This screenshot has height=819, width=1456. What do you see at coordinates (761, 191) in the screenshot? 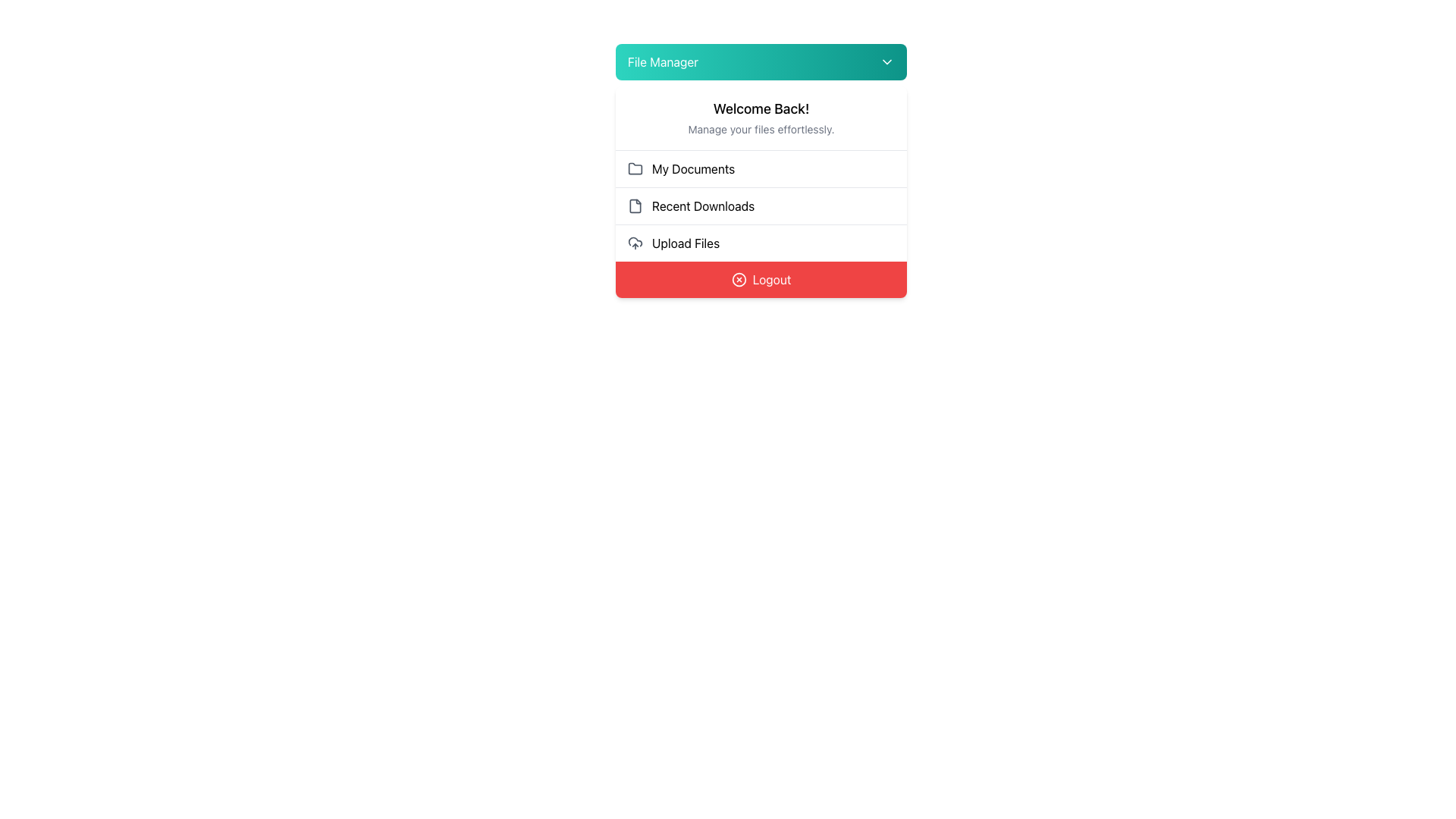
I see `the 'Recent Downloads' menu item, which is styled with padding and hover effects, located in the dropdown panel labeled 'Welcome Back!', positioned below 'My Documents' and above 'Upload Files'` at bounding box center [761, 191].